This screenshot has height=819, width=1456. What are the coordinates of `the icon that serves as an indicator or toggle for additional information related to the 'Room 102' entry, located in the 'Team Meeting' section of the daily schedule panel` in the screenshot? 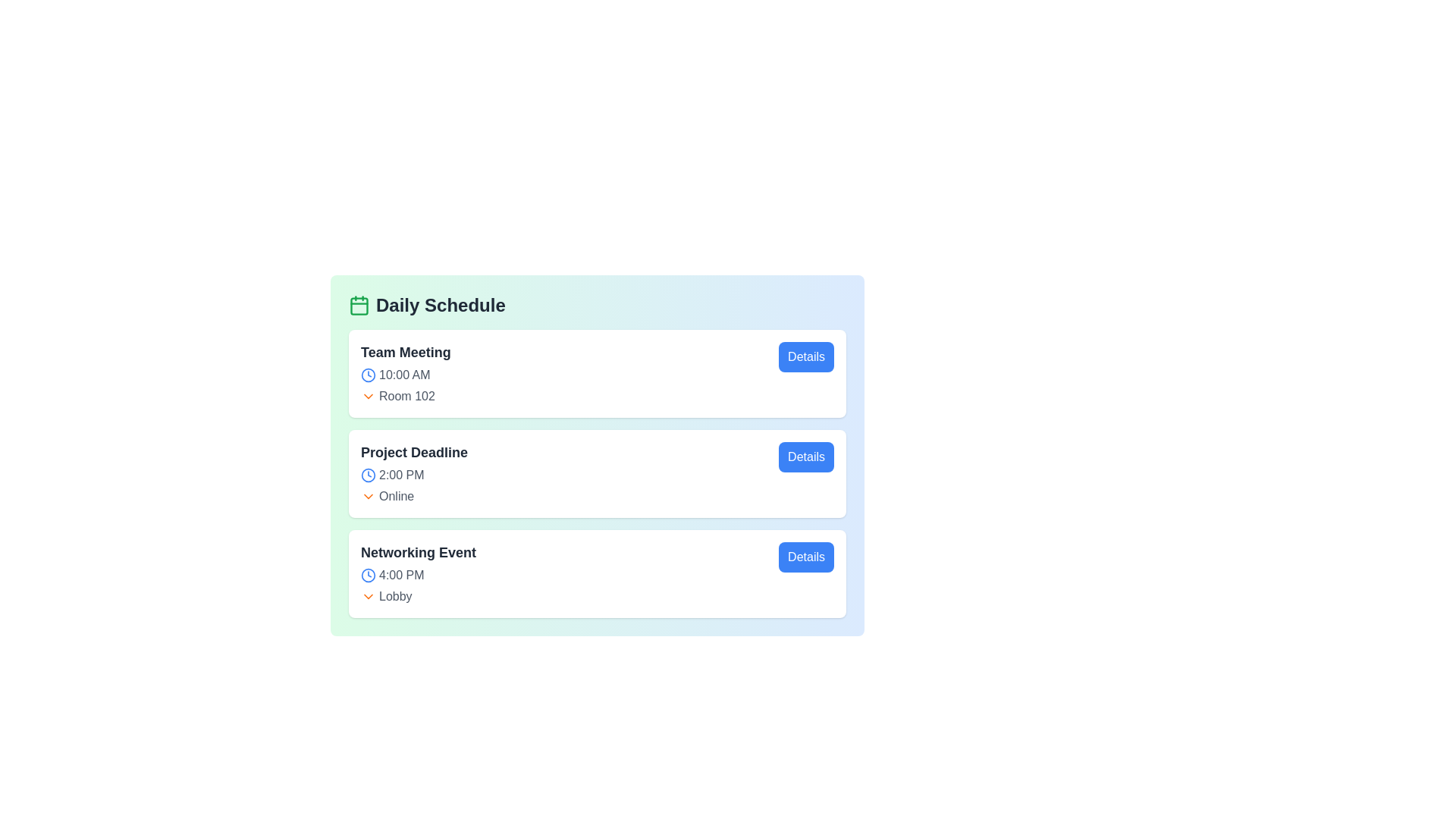 It's located at (368, 396).